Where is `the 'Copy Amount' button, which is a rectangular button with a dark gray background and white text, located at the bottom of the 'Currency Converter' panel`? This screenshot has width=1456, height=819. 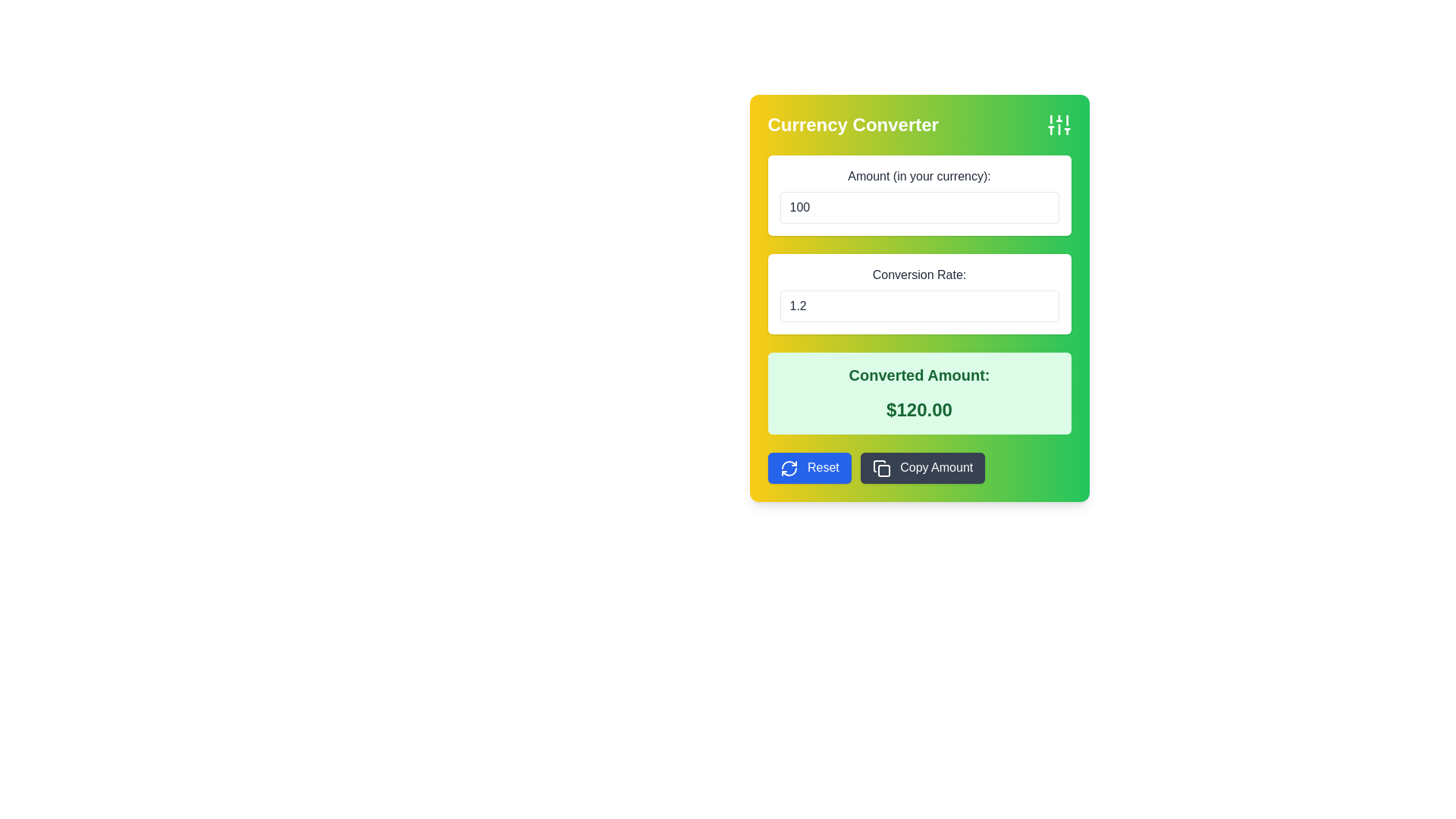
the 'Copy Amount' button, which is a rectangular button with a dark gray background and white text, located at the bottom of the 'Currency Converter' panel is located at coordinates (922, 467).